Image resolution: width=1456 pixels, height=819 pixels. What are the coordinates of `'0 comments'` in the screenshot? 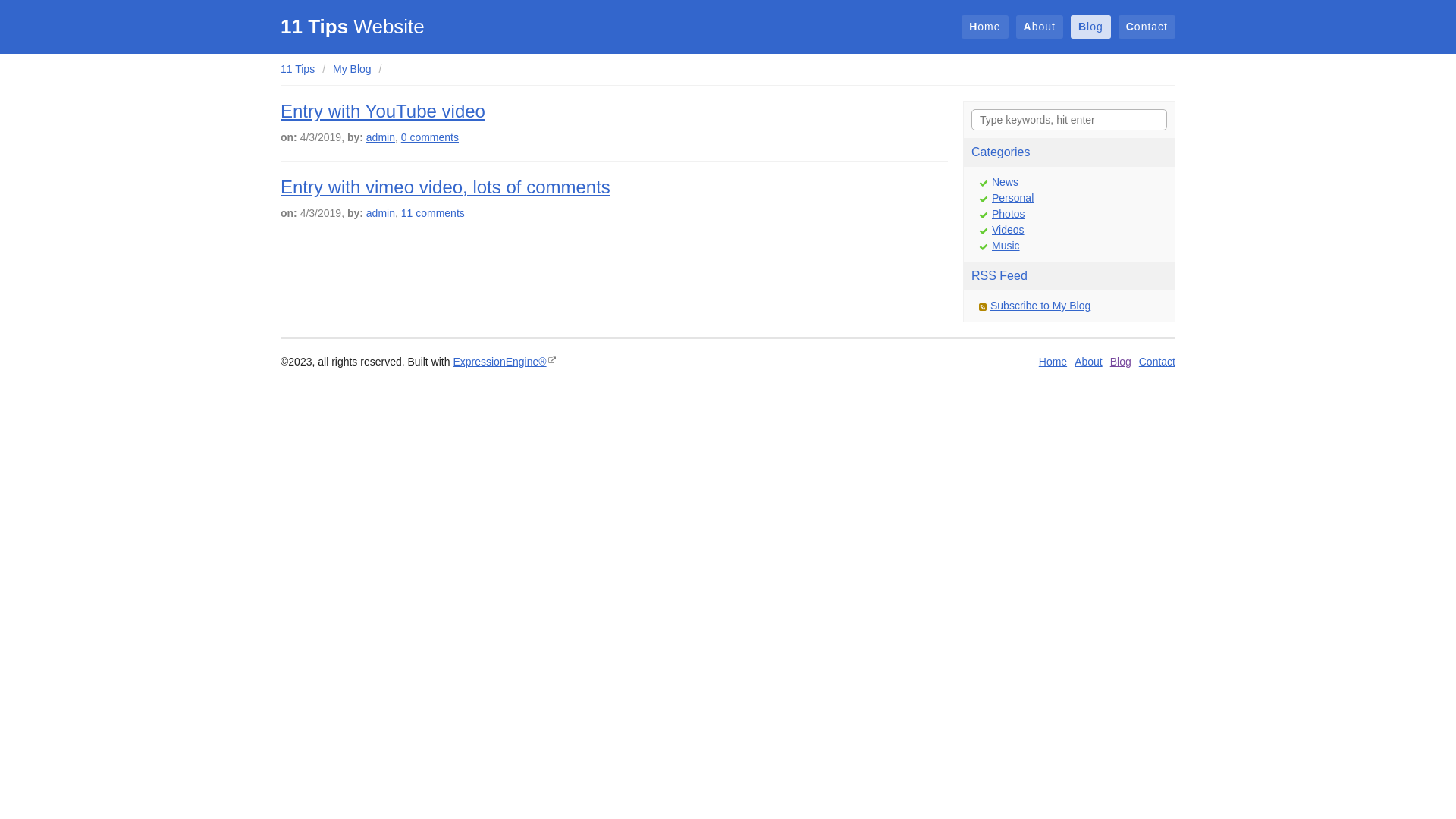 It's located at (428, 137).